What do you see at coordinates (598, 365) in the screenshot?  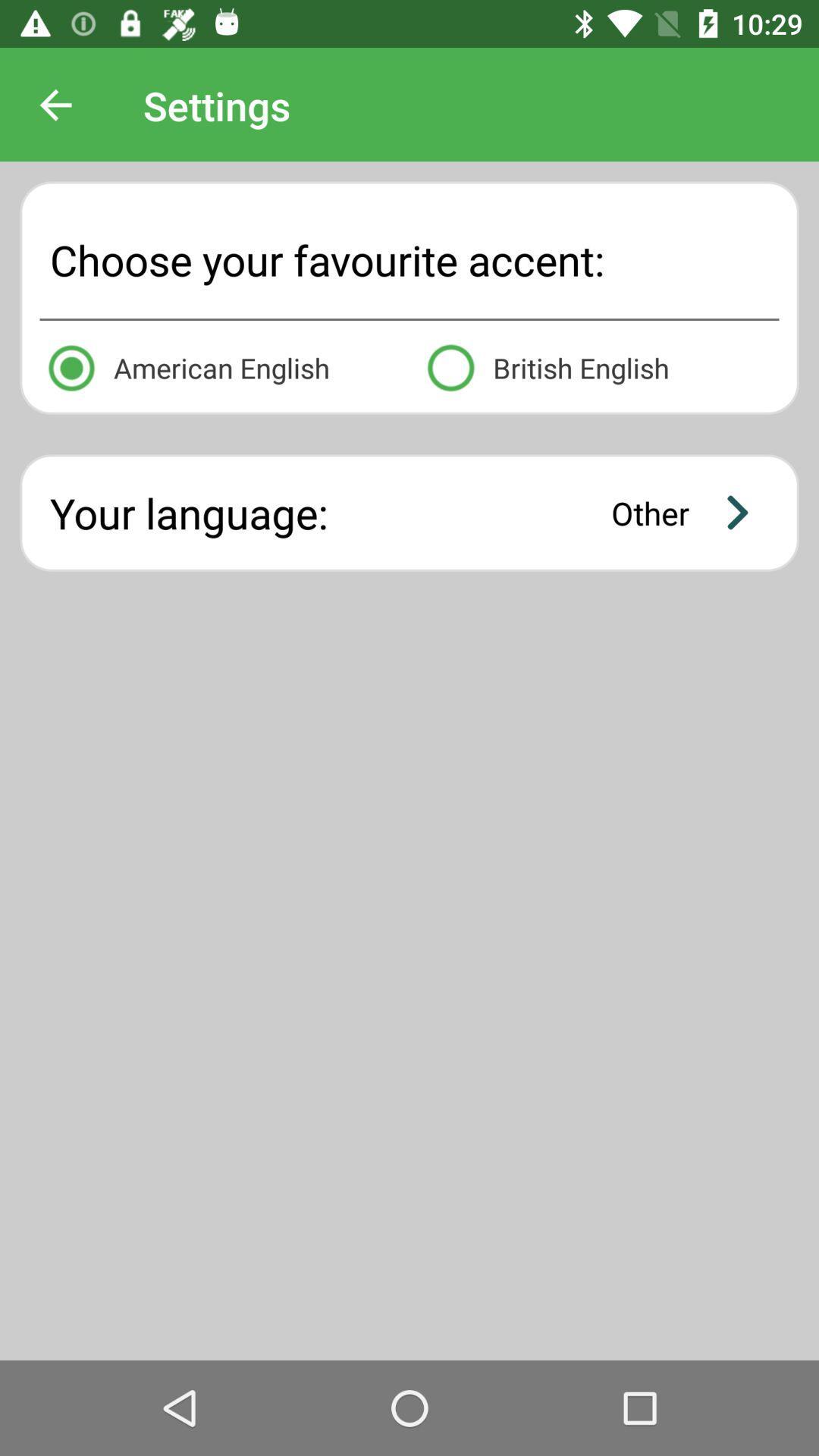 I see `the icon to the right of american english icon` at bounding box center [598, 365].